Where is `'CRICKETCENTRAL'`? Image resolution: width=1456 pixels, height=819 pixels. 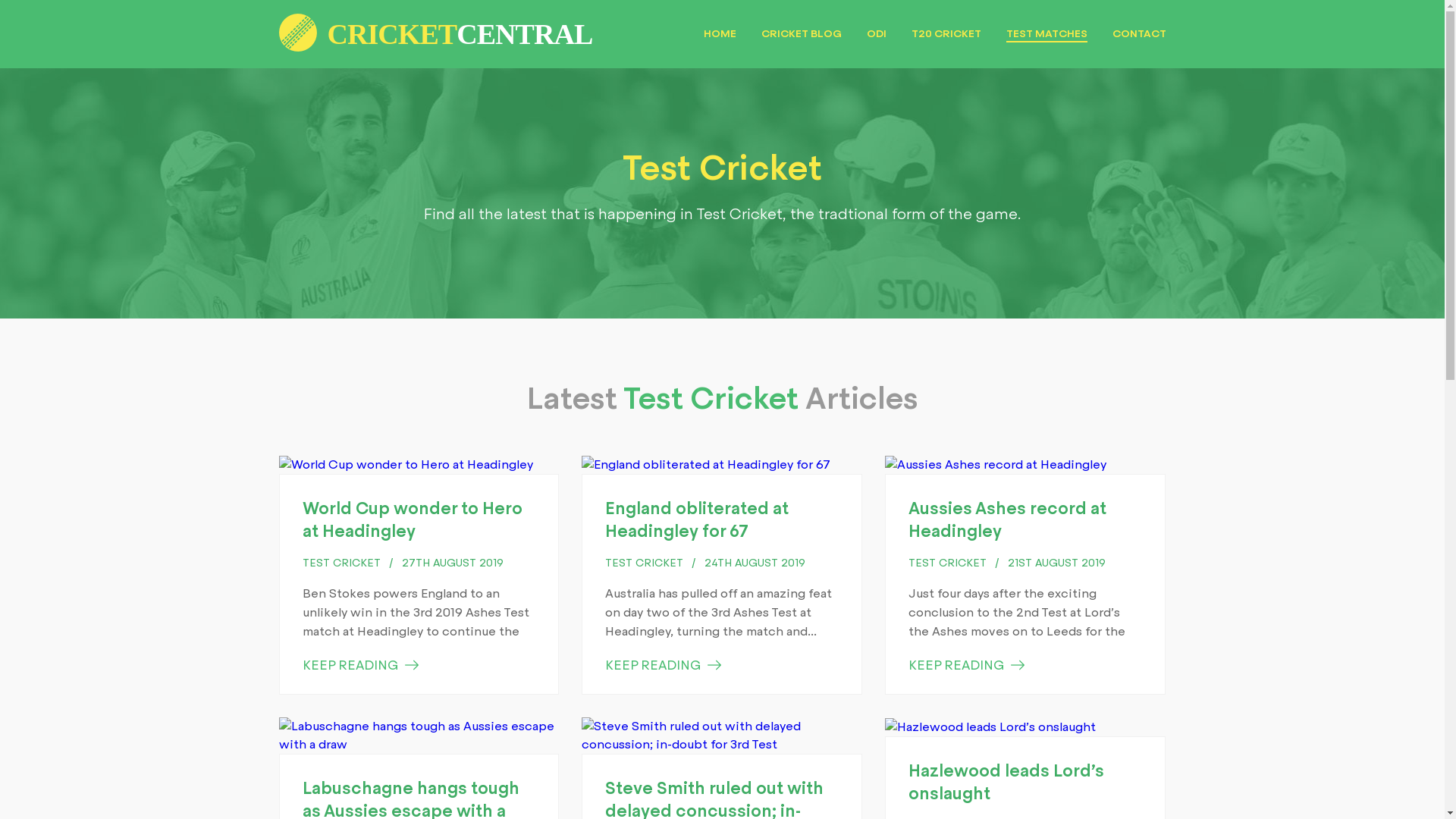 'CRICKETCENTRAL' is located at coordinates (435, 20).